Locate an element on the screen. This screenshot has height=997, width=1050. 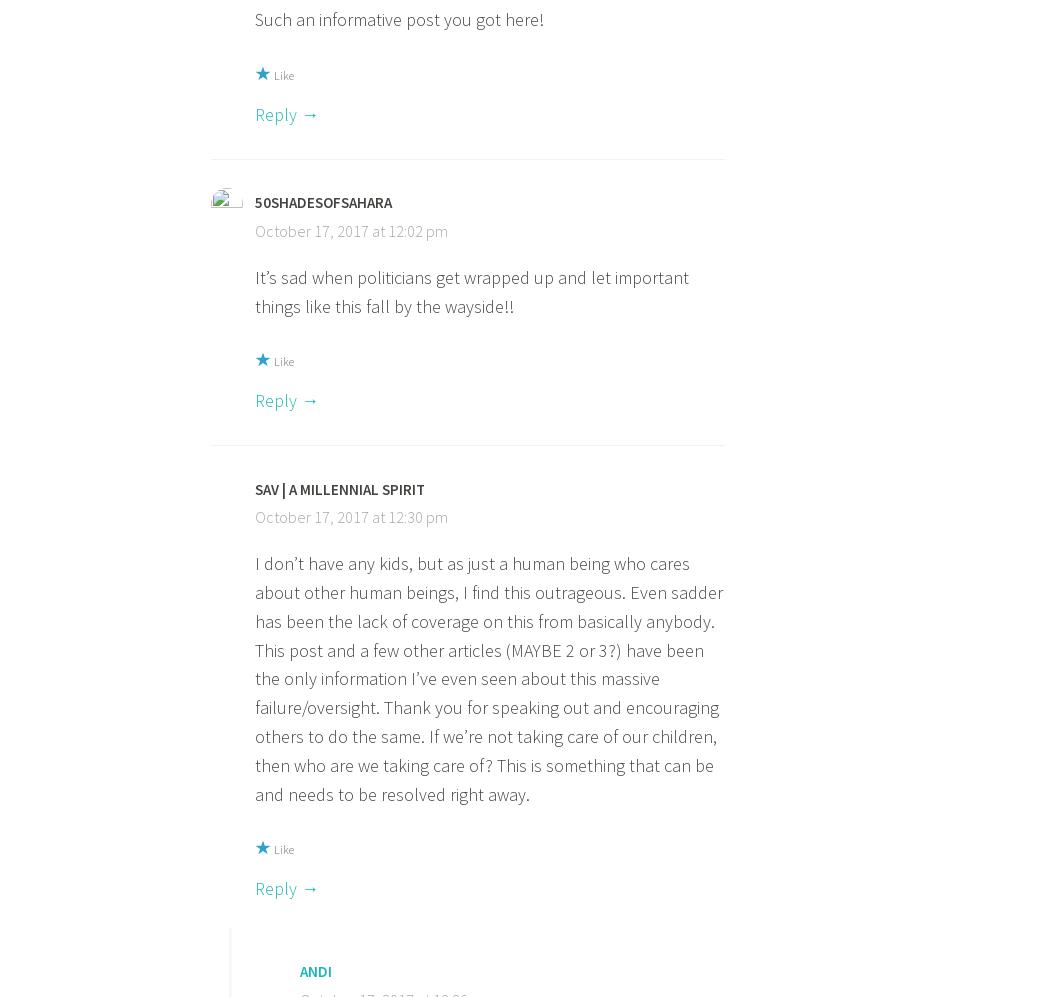
'50shadesofsahara' is located at coordinates (255, 202).